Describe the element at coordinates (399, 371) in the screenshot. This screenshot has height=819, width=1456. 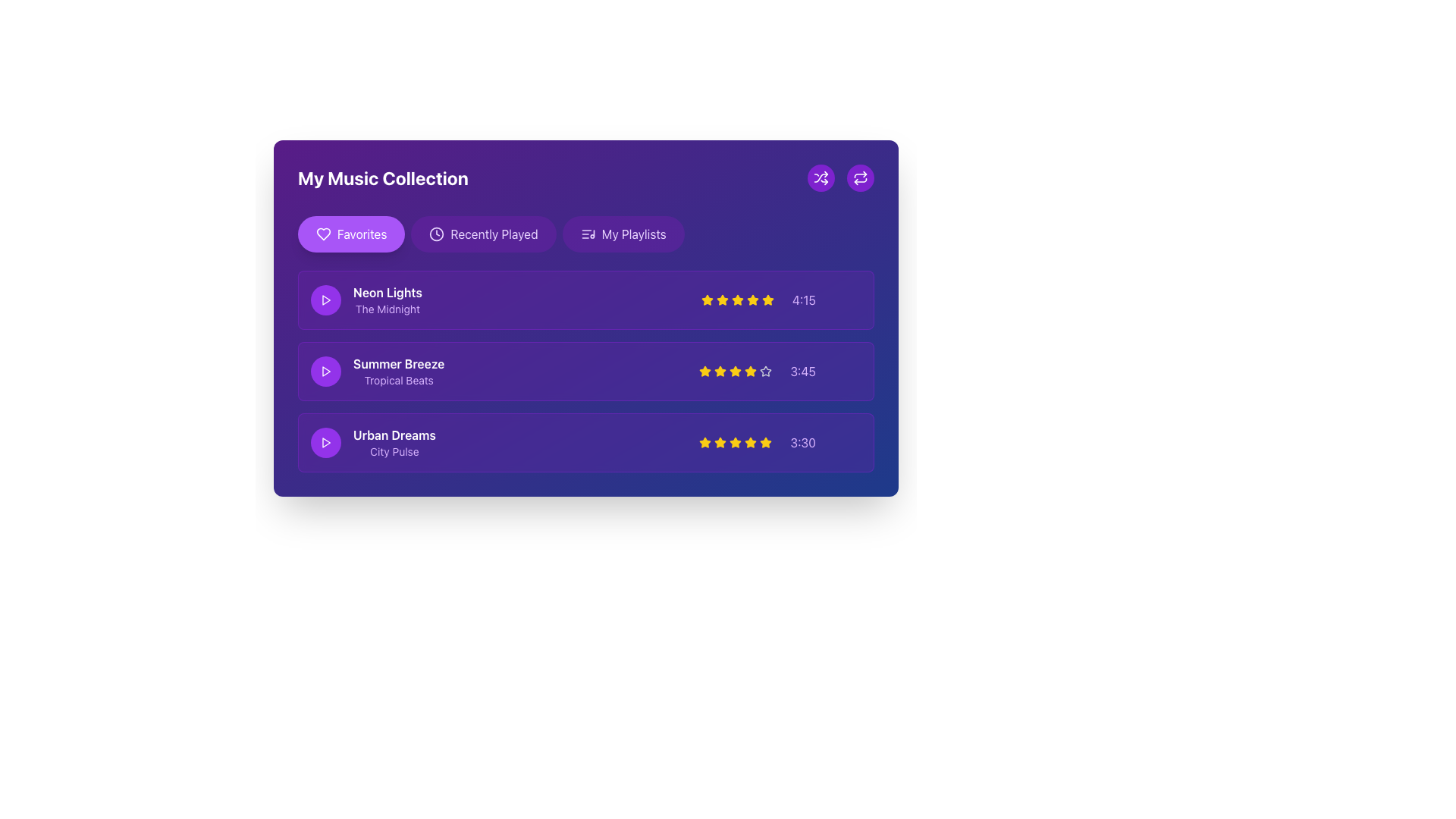
I see `the second item in the vertically aligned list of songs that displays the title 'Summer Breeze' and its description 'Tropical Beats'. This element is non-interactive and serves solely for information display` at that location.